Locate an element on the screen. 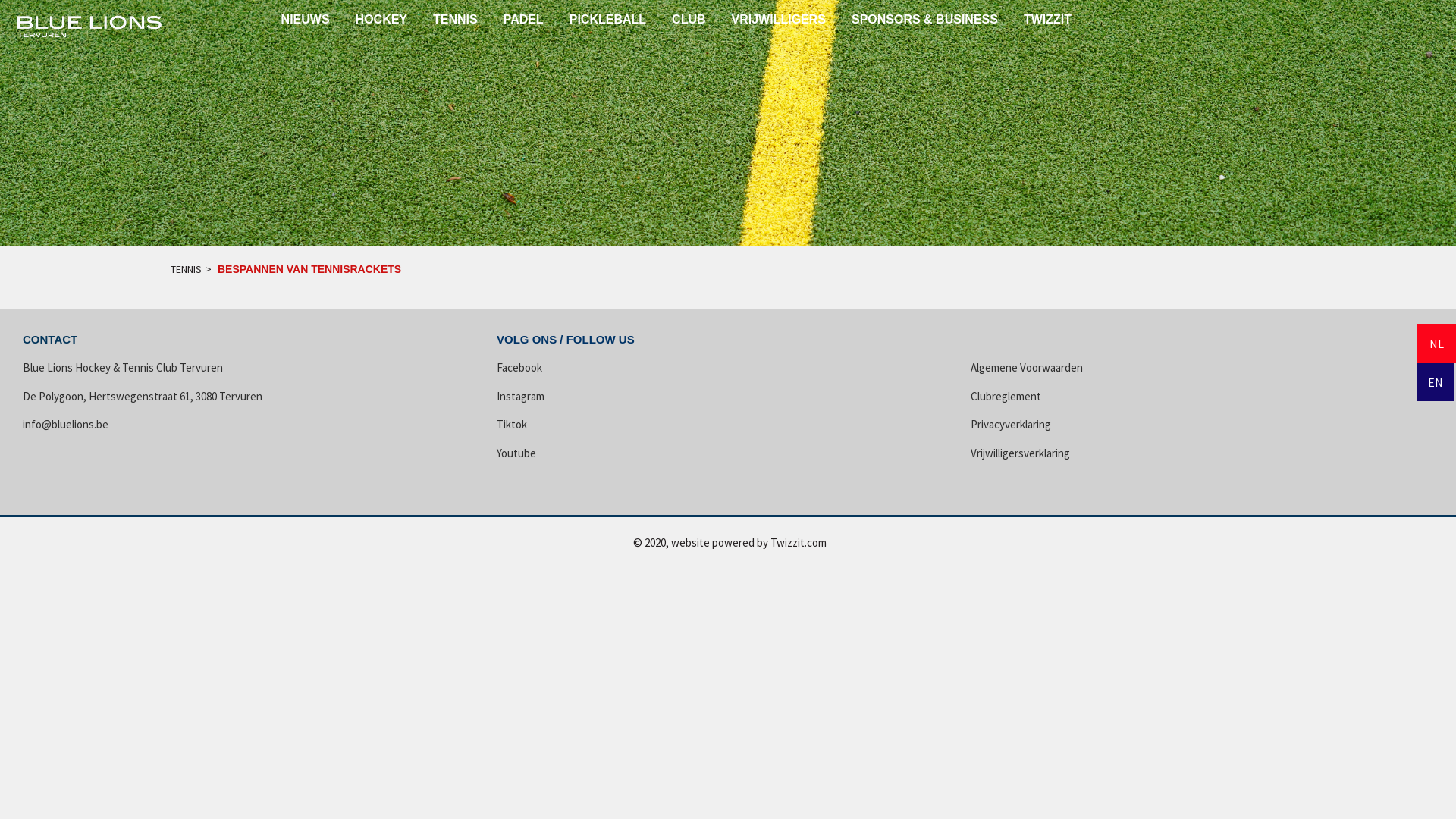 This screenshot has width=1456, height=819. 'SPONSORS & BUSINESS' is located at coordinates (852, 20).